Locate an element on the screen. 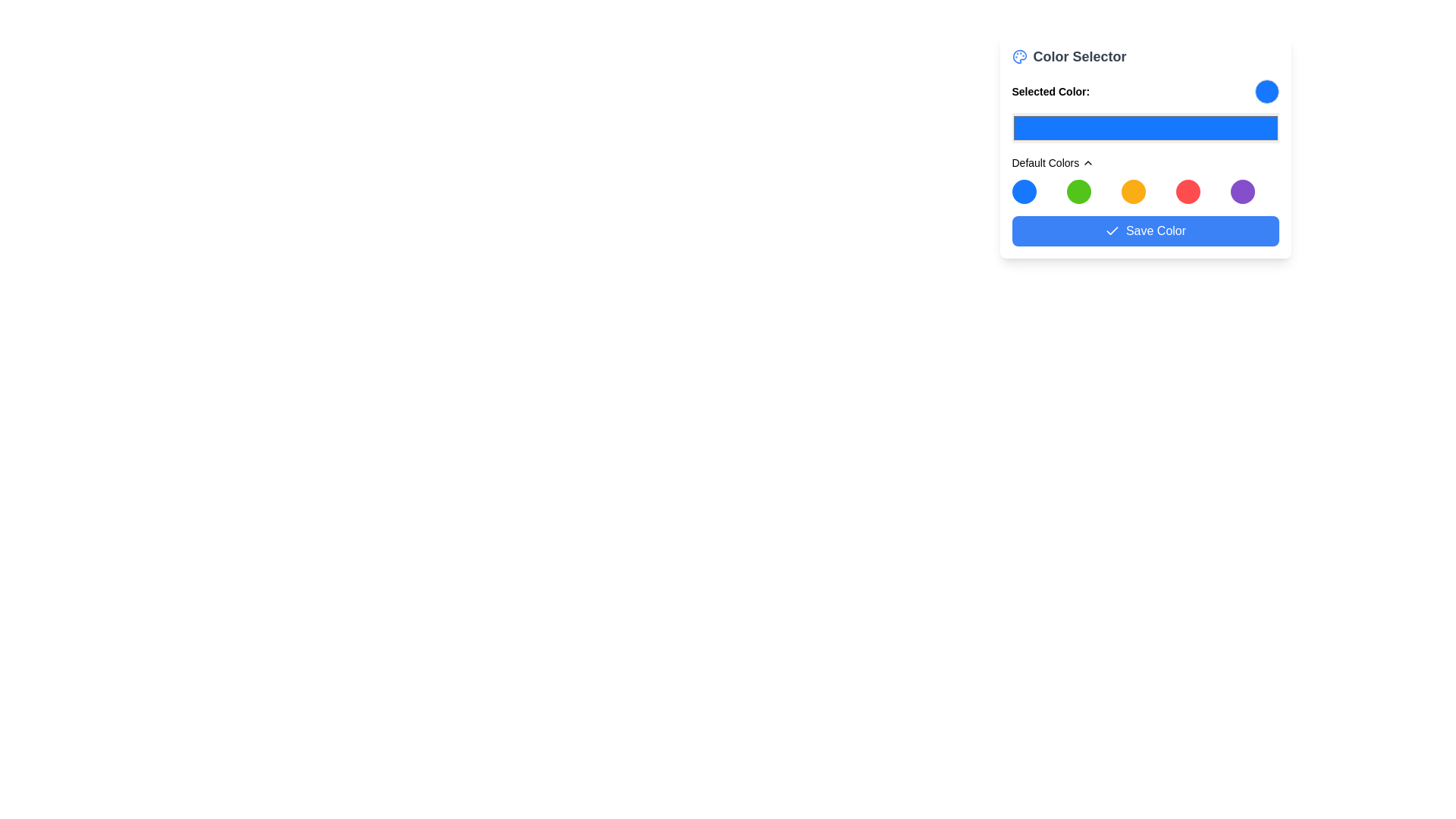  the checkmark icon that is part of the 'Save Color' button located at the bottom of the color selector interface is located at coordinates (1112, 231).